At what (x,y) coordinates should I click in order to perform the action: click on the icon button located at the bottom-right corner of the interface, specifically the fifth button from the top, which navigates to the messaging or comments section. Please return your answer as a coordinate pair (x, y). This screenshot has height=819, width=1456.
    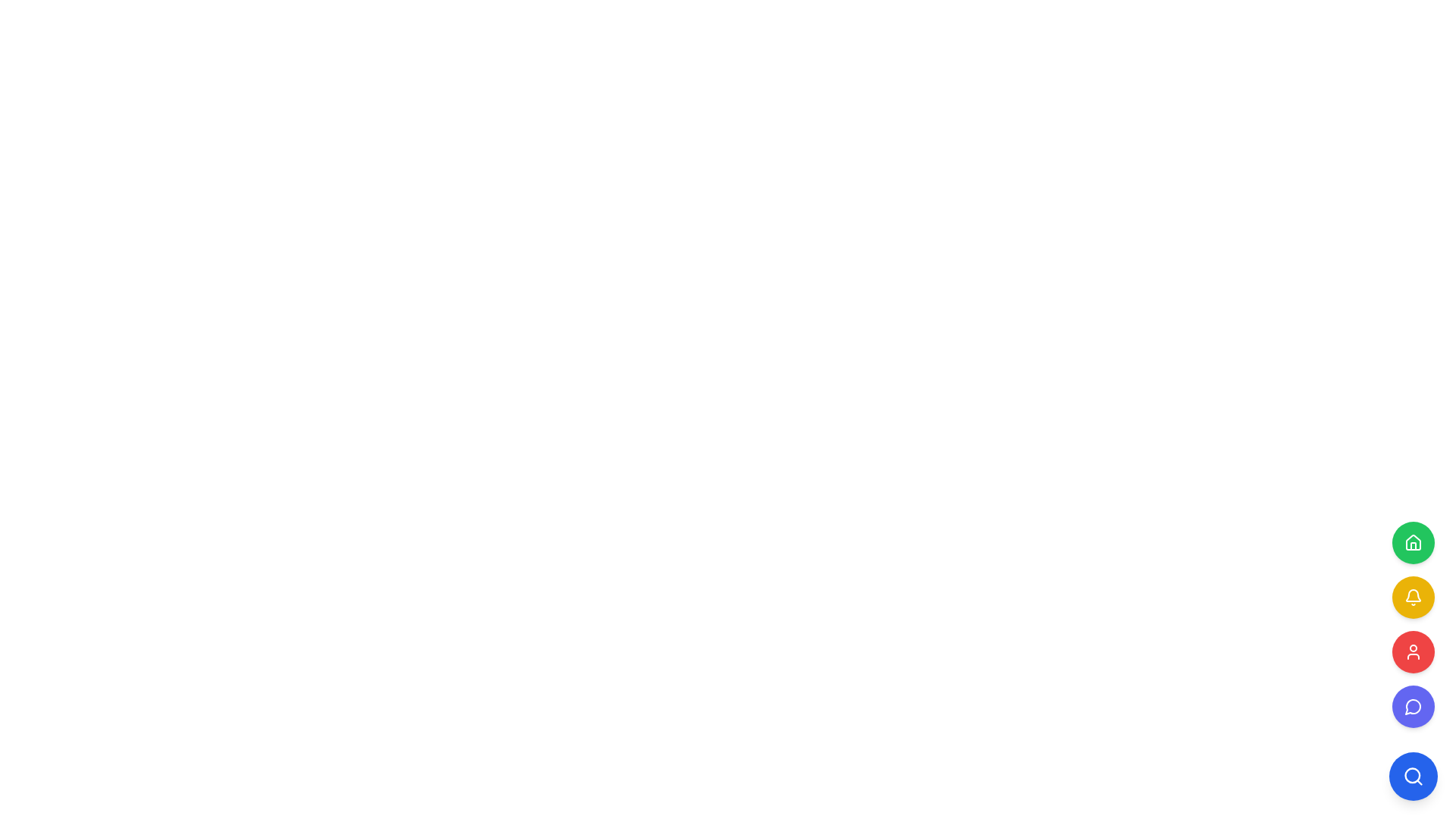
    Looking at the image, I should click on (1412, 707).